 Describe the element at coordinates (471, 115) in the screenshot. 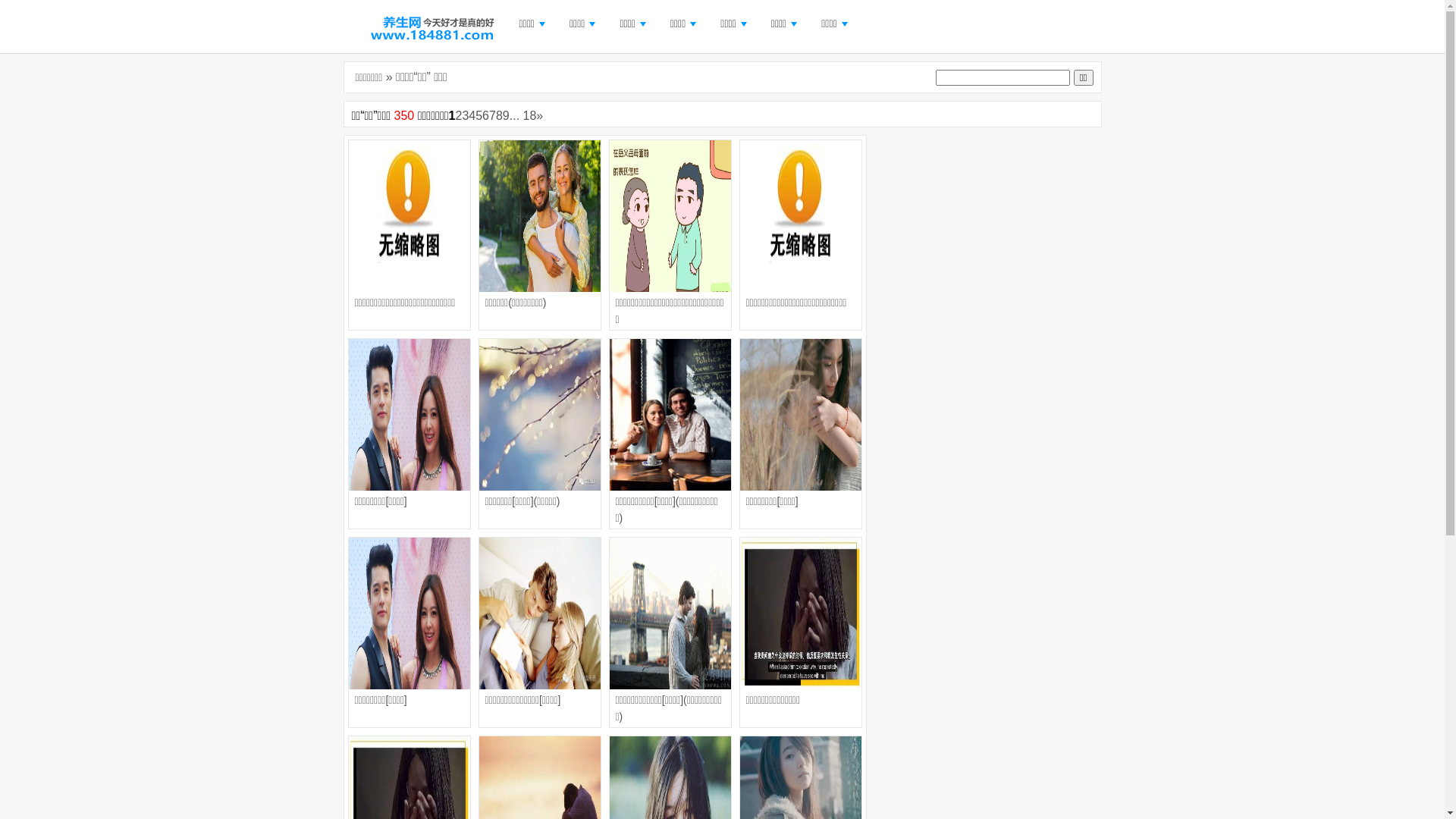

I see `'4'` at that location.